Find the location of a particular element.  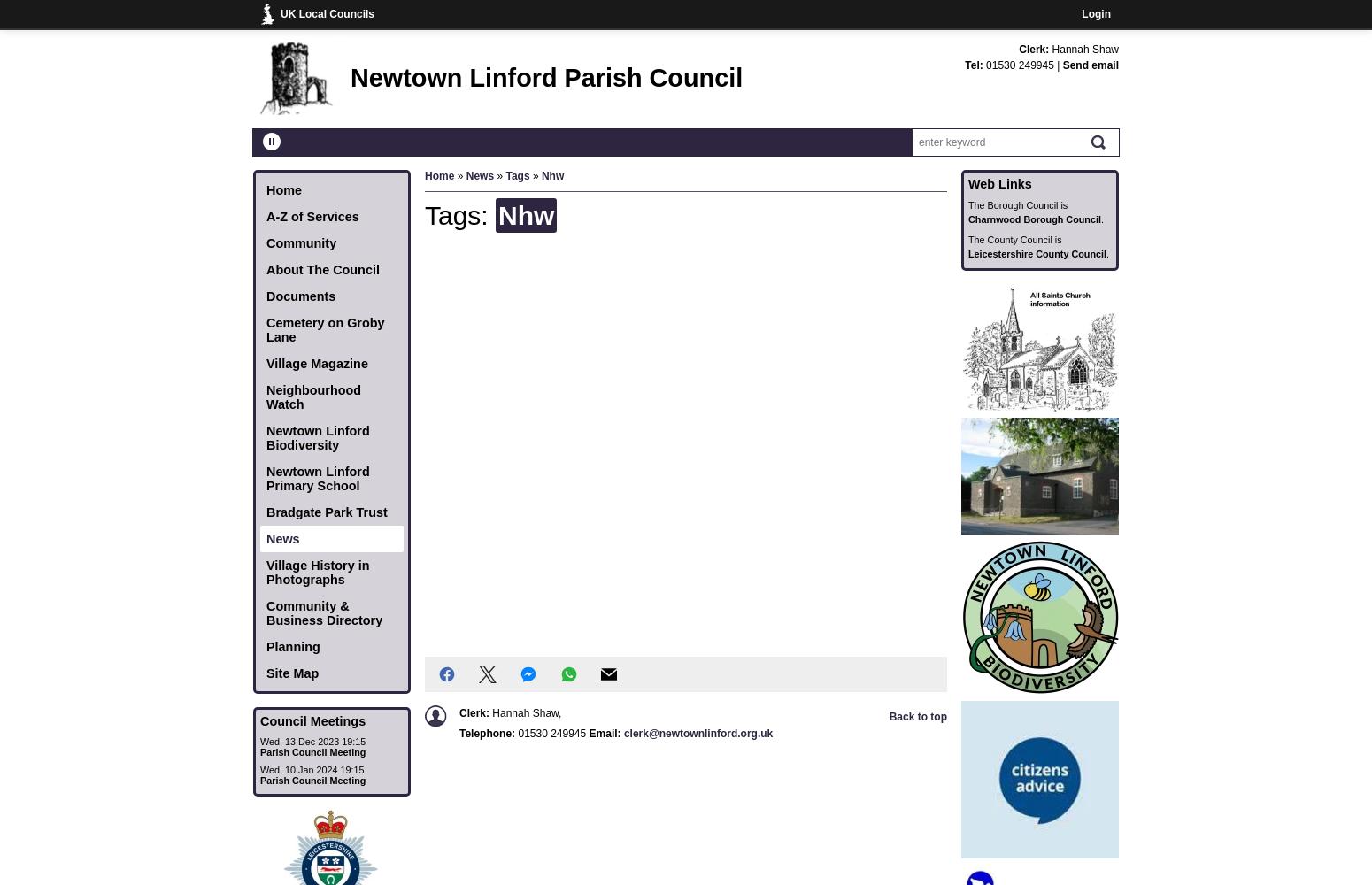

'Hannah Shaw' is located at coordinates (1085, 50).